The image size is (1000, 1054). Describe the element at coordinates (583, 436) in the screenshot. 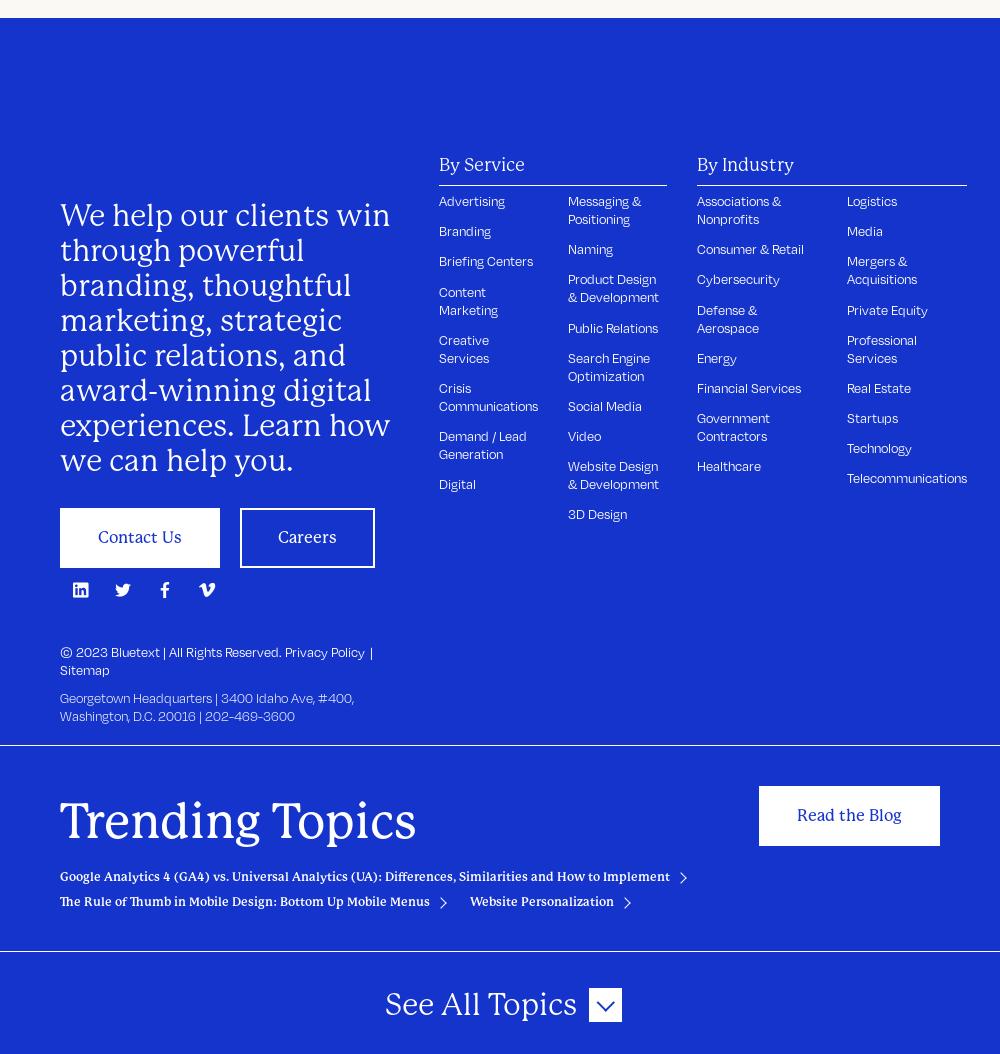

I see `'Video'` at that location.